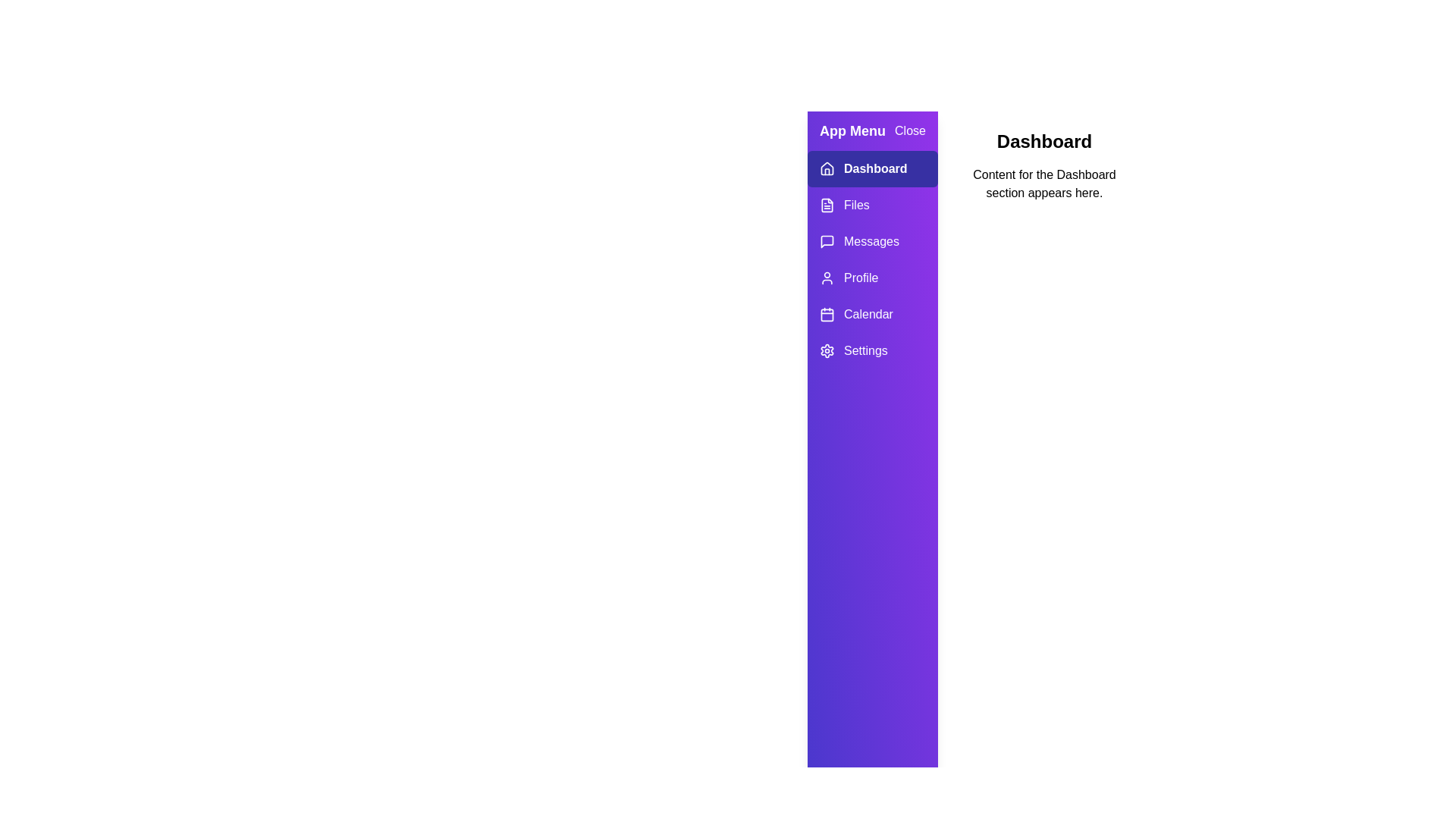  What do you see at coordinates (910, 130) in the screenshot?
I see `the 'Close' button to close the drawer` at bounding box center [910, 130].